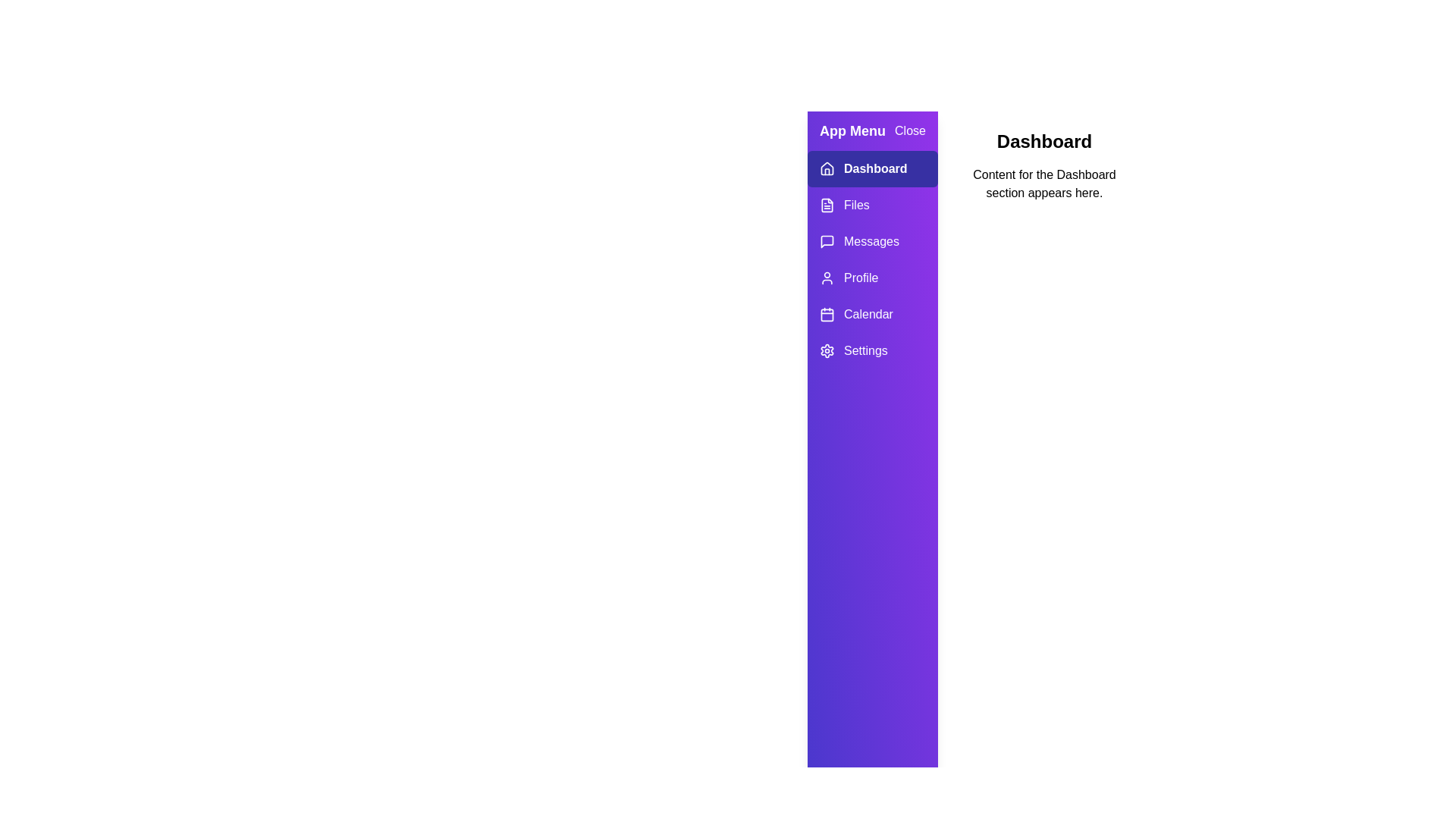  What do you see at coordinates (910, 130) in the screenshot?
I see `the 'Close' button to close the drawer` at bounding box center [910, 130].